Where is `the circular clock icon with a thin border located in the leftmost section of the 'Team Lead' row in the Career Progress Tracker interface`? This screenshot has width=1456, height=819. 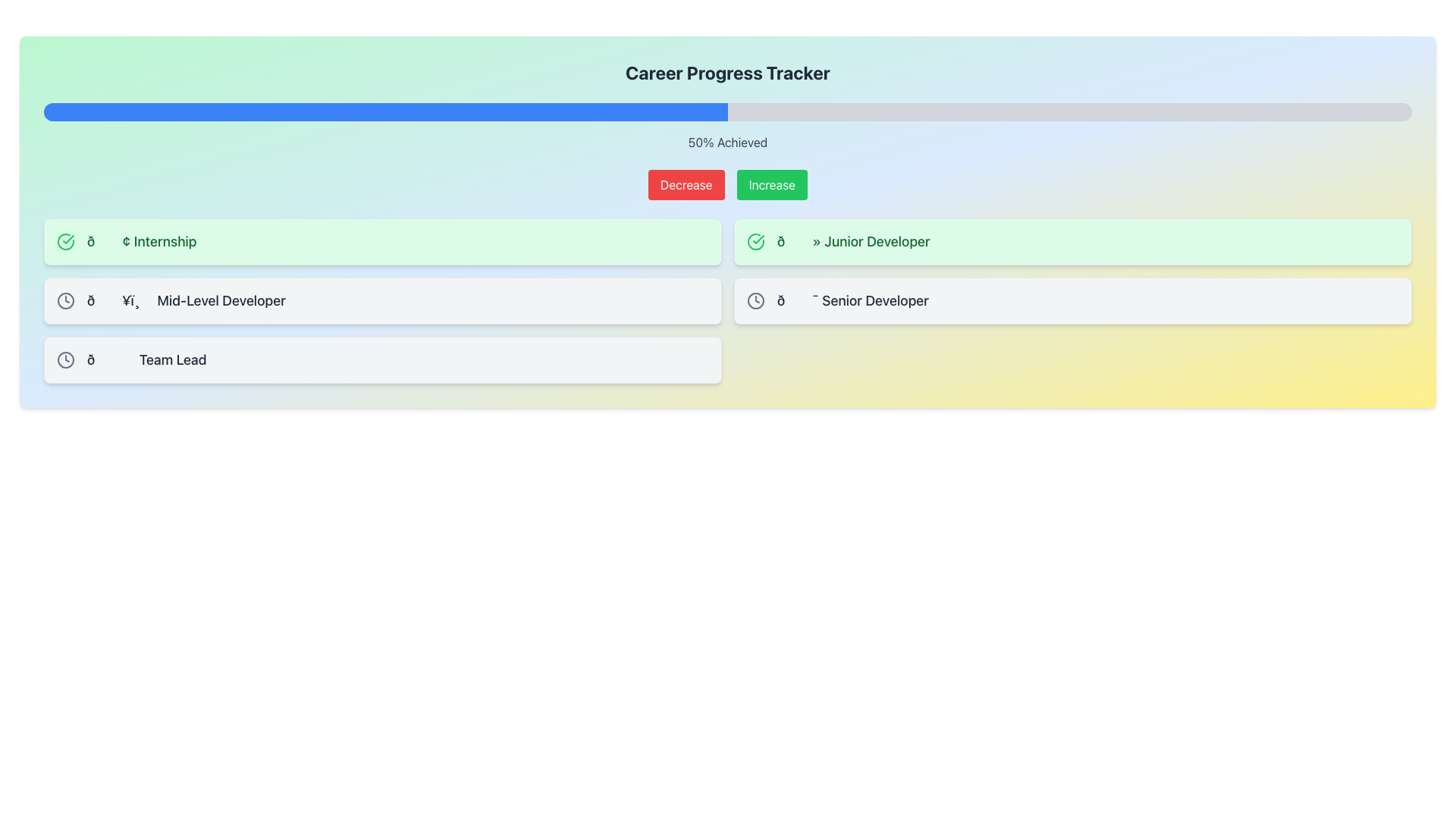 the circular clock icon with a thin border located in the leftmost section of the 'Team Lead' row in the Career Progress Tracker interface is located at coordinates (64, 301).